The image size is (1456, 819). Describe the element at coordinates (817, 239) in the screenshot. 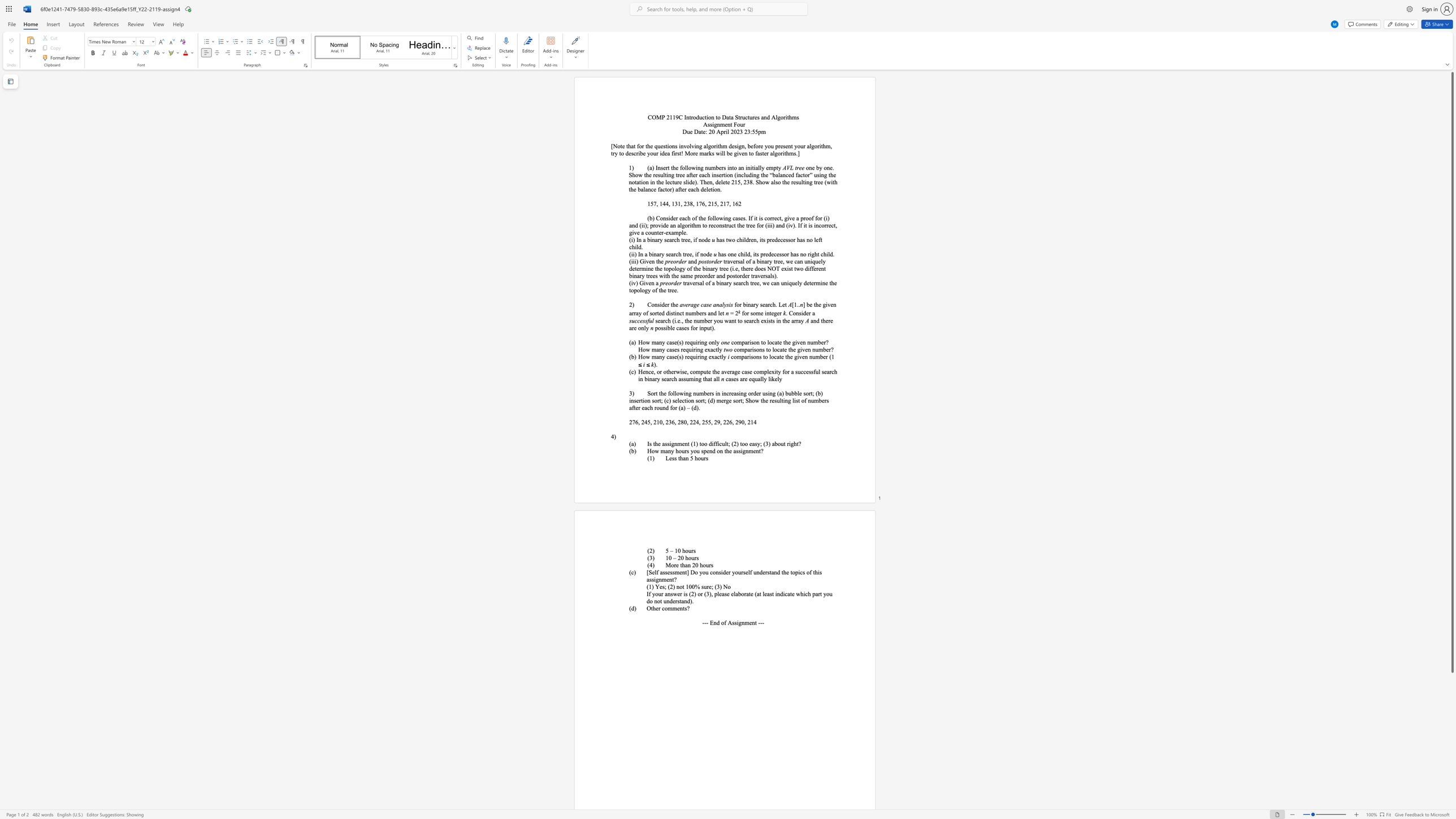

I see `the 5th character "e" in the text` at that location.